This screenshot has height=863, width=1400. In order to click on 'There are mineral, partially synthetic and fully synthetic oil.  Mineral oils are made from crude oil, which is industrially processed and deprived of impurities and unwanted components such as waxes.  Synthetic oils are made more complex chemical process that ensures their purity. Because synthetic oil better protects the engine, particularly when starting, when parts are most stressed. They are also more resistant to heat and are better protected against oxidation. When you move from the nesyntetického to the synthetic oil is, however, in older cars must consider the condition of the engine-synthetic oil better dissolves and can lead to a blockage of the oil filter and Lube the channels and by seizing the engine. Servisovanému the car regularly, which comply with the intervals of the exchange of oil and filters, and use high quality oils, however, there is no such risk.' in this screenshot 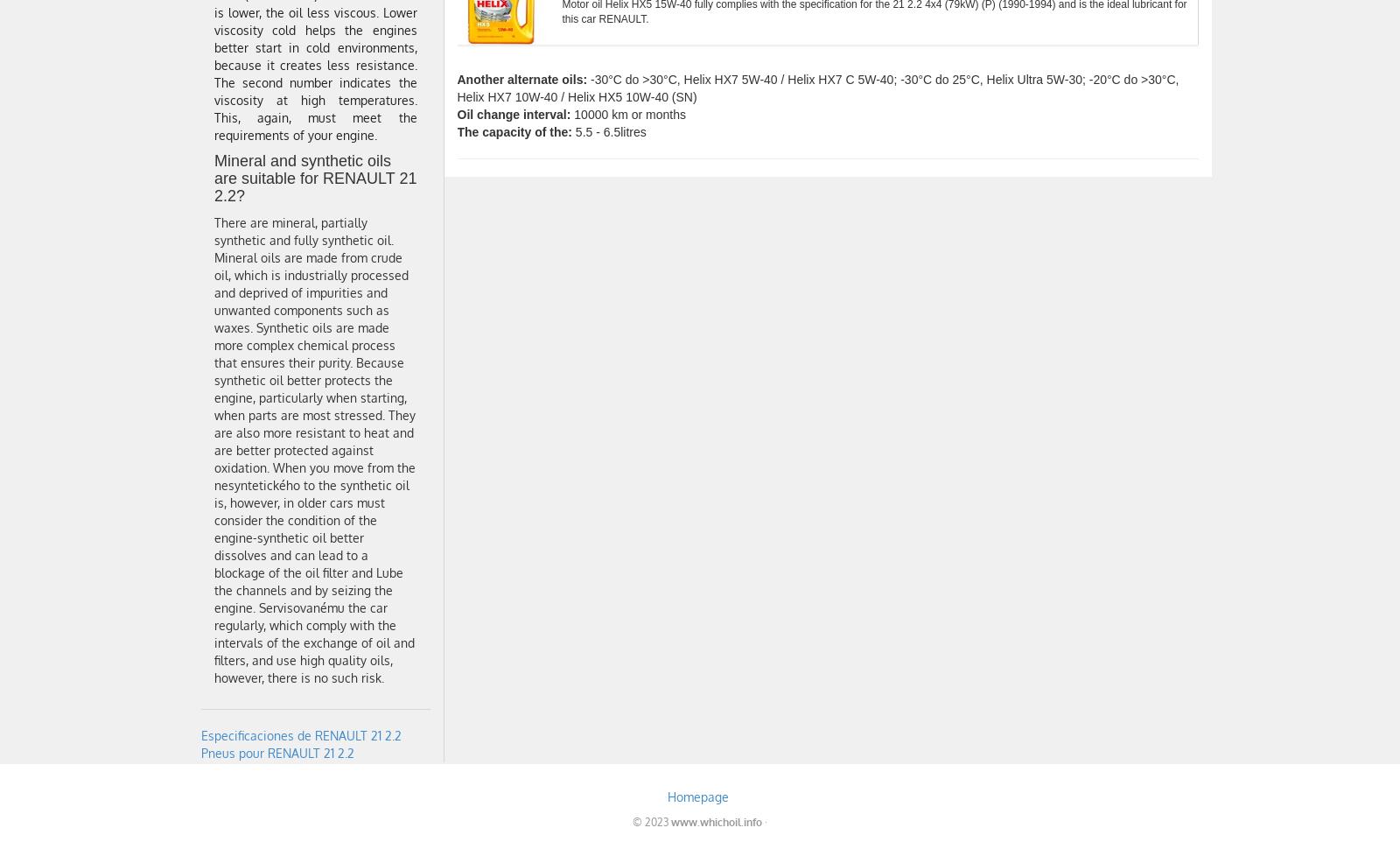, I will do `click(315, 448)`.